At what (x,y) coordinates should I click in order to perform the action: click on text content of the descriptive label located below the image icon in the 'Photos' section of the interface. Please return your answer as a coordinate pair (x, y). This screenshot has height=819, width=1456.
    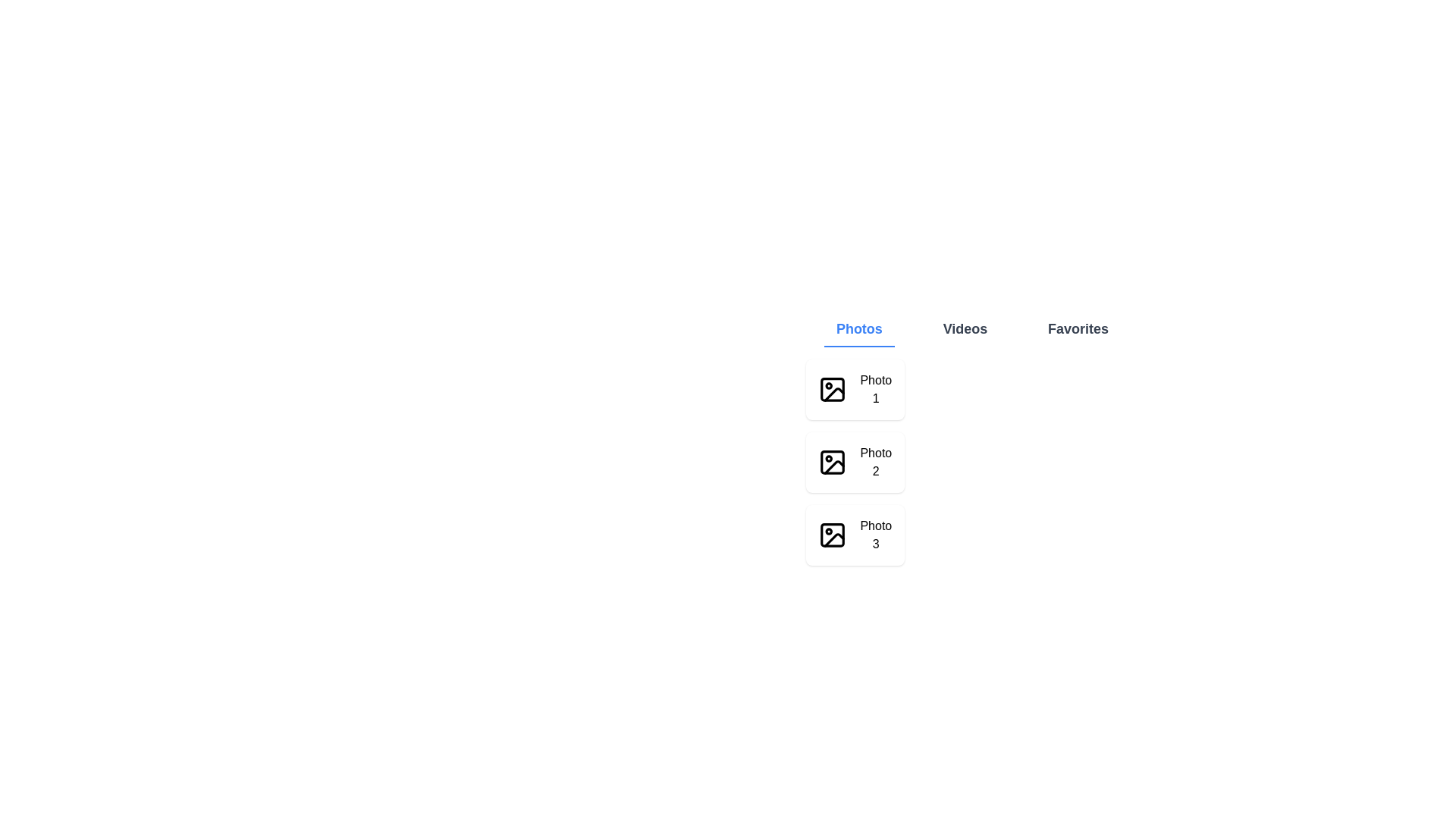
    Looking at the image, I should click on (876, 461).